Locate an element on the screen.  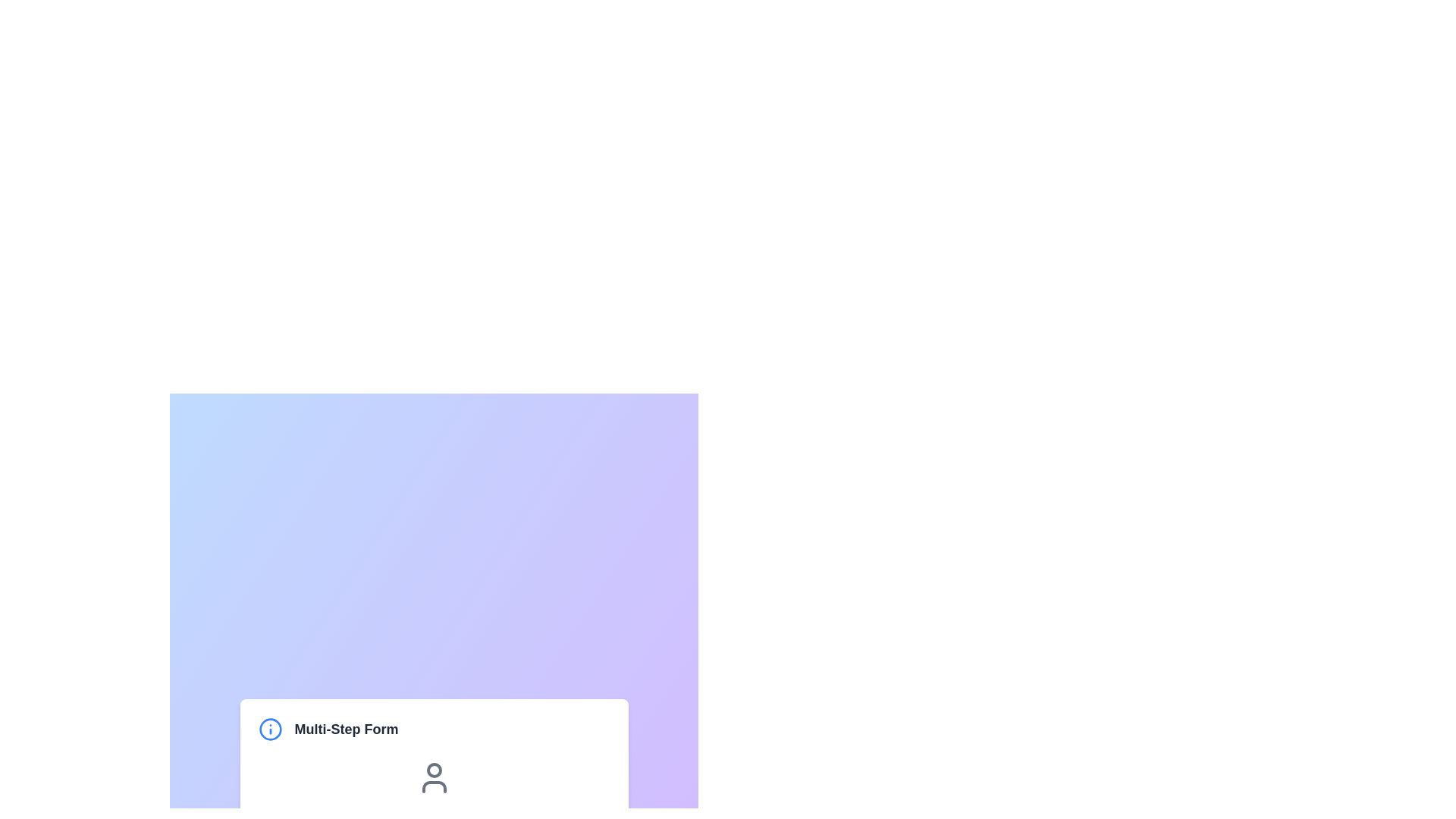
the Information Icon located to the left of the 'Multi-Step Form' heading, which provides users with access to additional information or guidance is located at coordinates (270, 728).